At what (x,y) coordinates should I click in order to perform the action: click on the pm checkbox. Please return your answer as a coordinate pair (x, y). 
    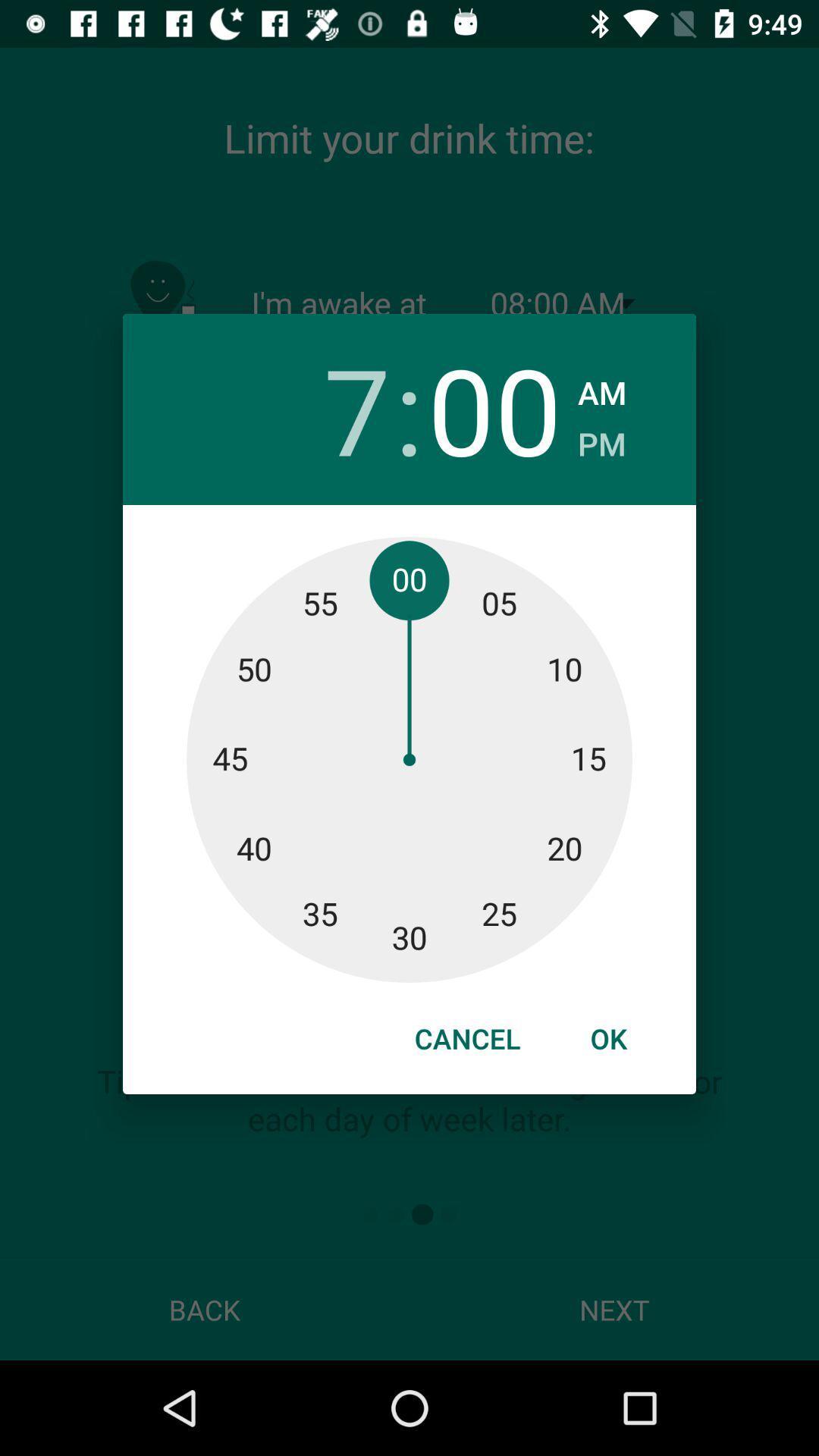
    Looking at the image, I should click on (601, 438).